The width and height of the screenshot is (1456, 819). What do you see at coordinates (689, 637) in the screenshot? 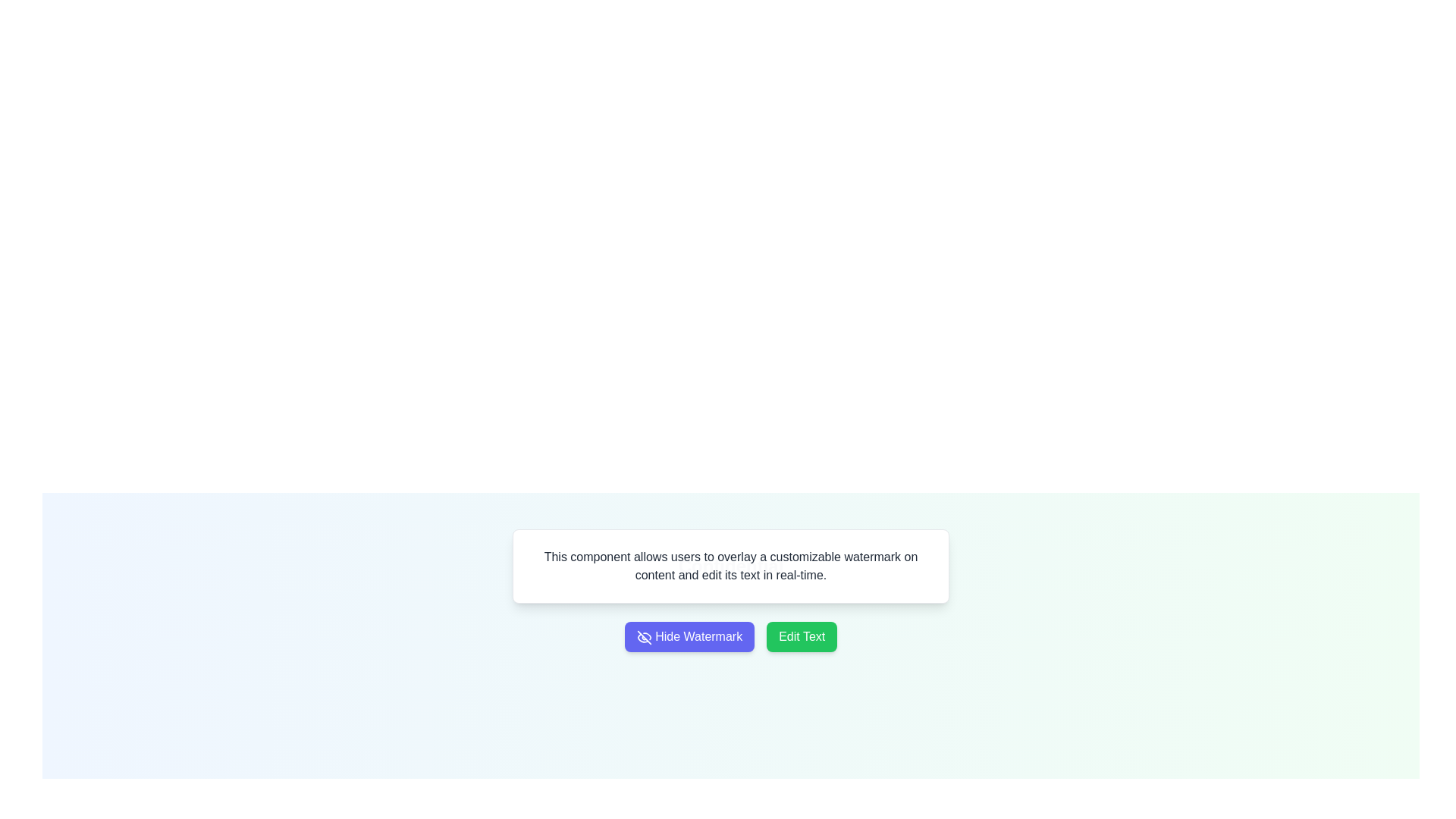
I see `the button that hides the watermark, located to the left of the 'Edit Text' green button` at bounding box center [689, 637].